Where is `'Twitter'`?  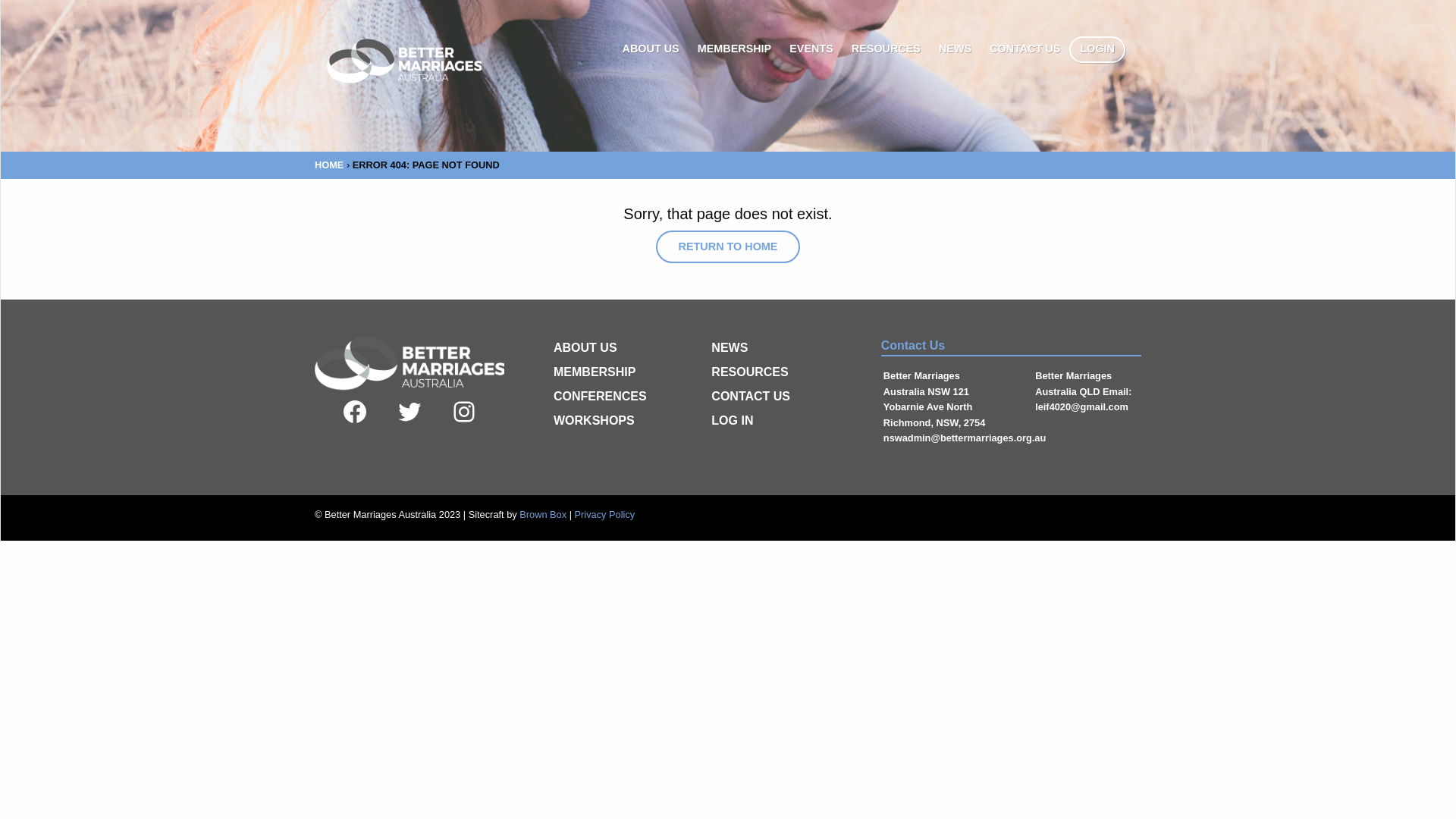
'Twitter' is located at coordinates (389, 412).